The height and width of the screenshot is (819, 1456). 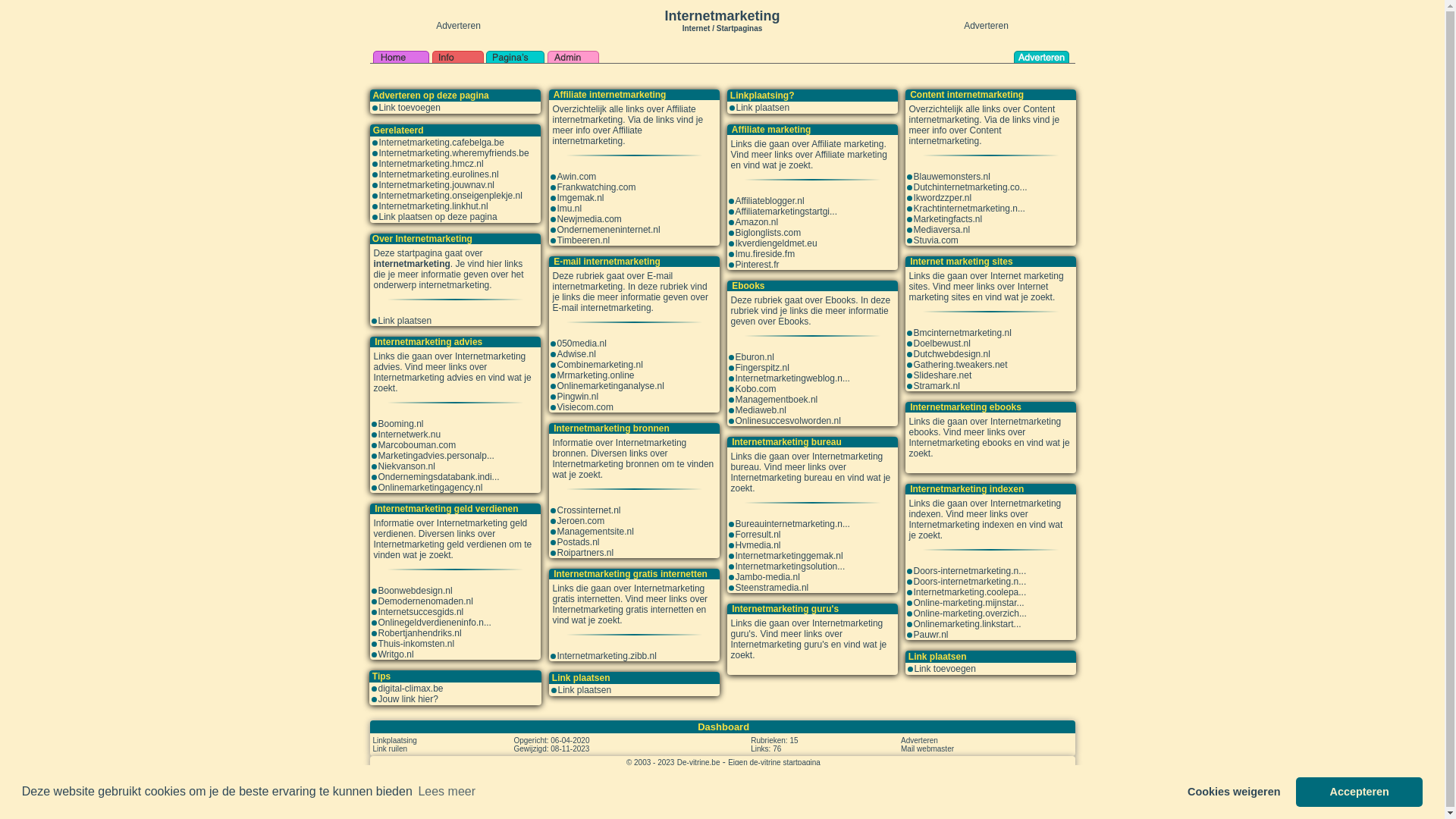 What do you see at coordinates (378, 444) in the screenshot?
I see `'Marcobouman.com'` at bounding box center [378, 444].